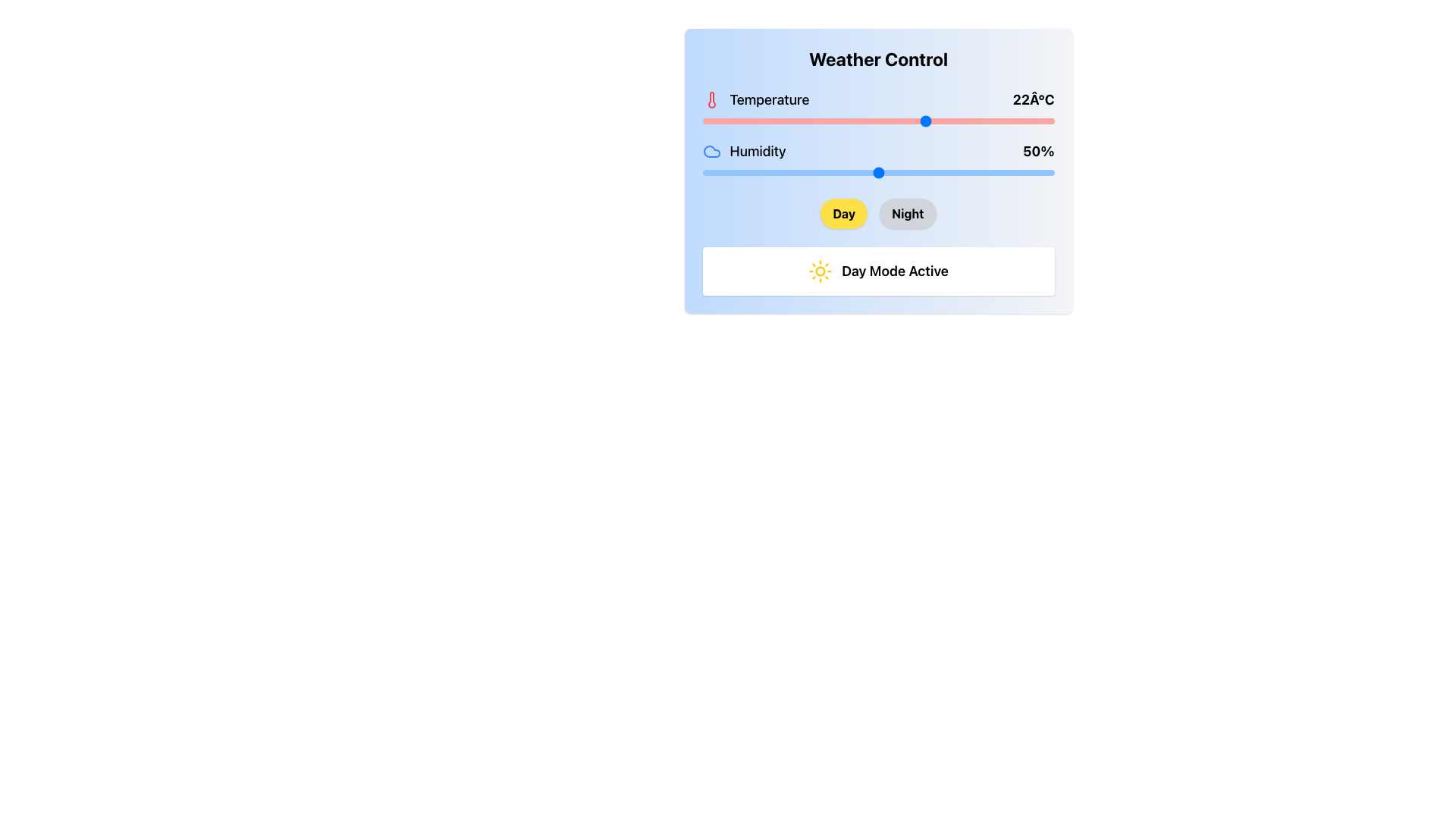 Image resolution: width=1456 pixels, height=819 pixels. I want to click on the humidity level, so click(773, 171).